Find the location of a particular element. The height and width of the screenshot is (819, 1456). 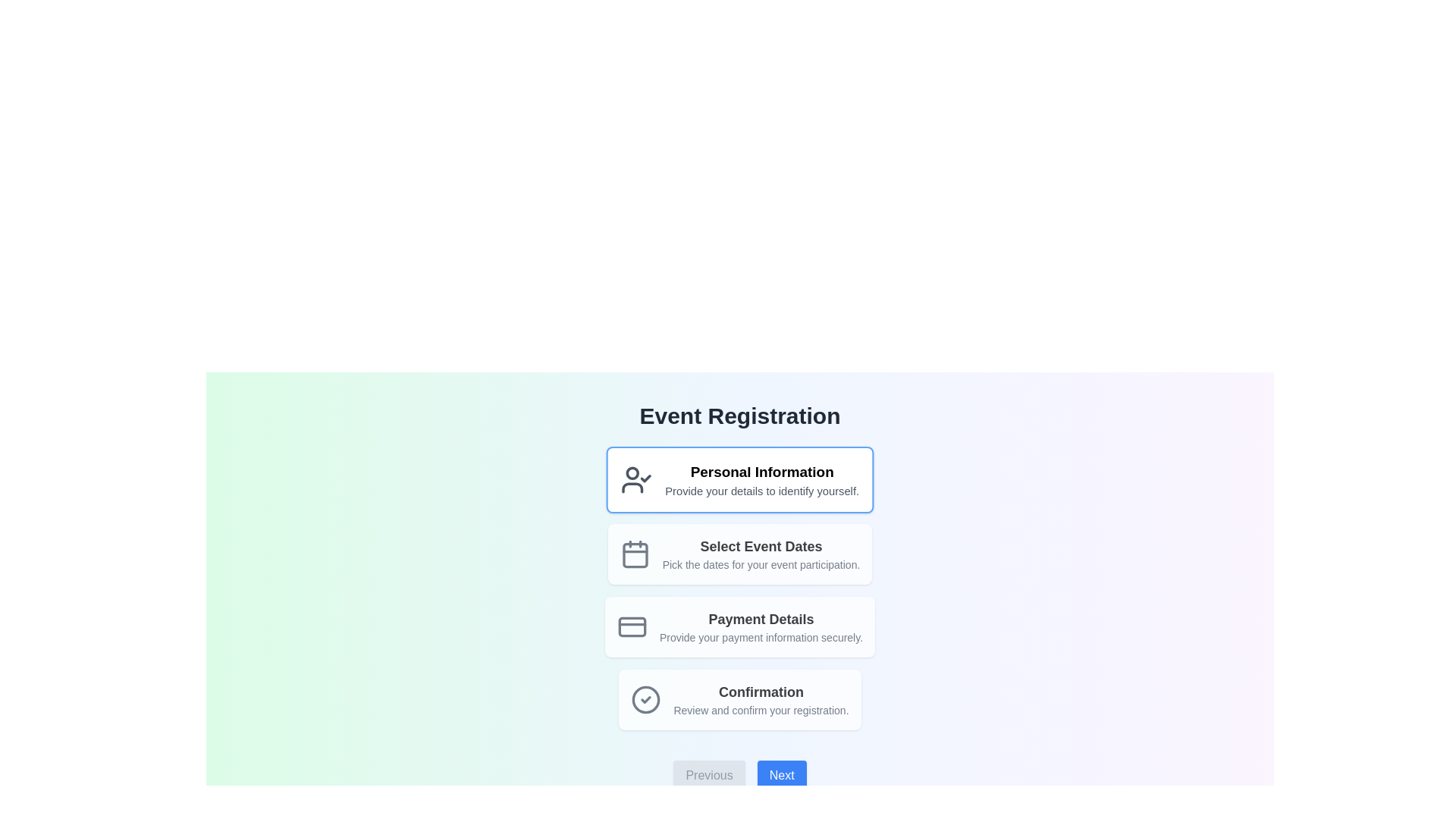

the informational text block that provides subtitles and description for the 'Payment Details' section, which is the third item in the vertical stack of options is located at coordinates (761, 626).